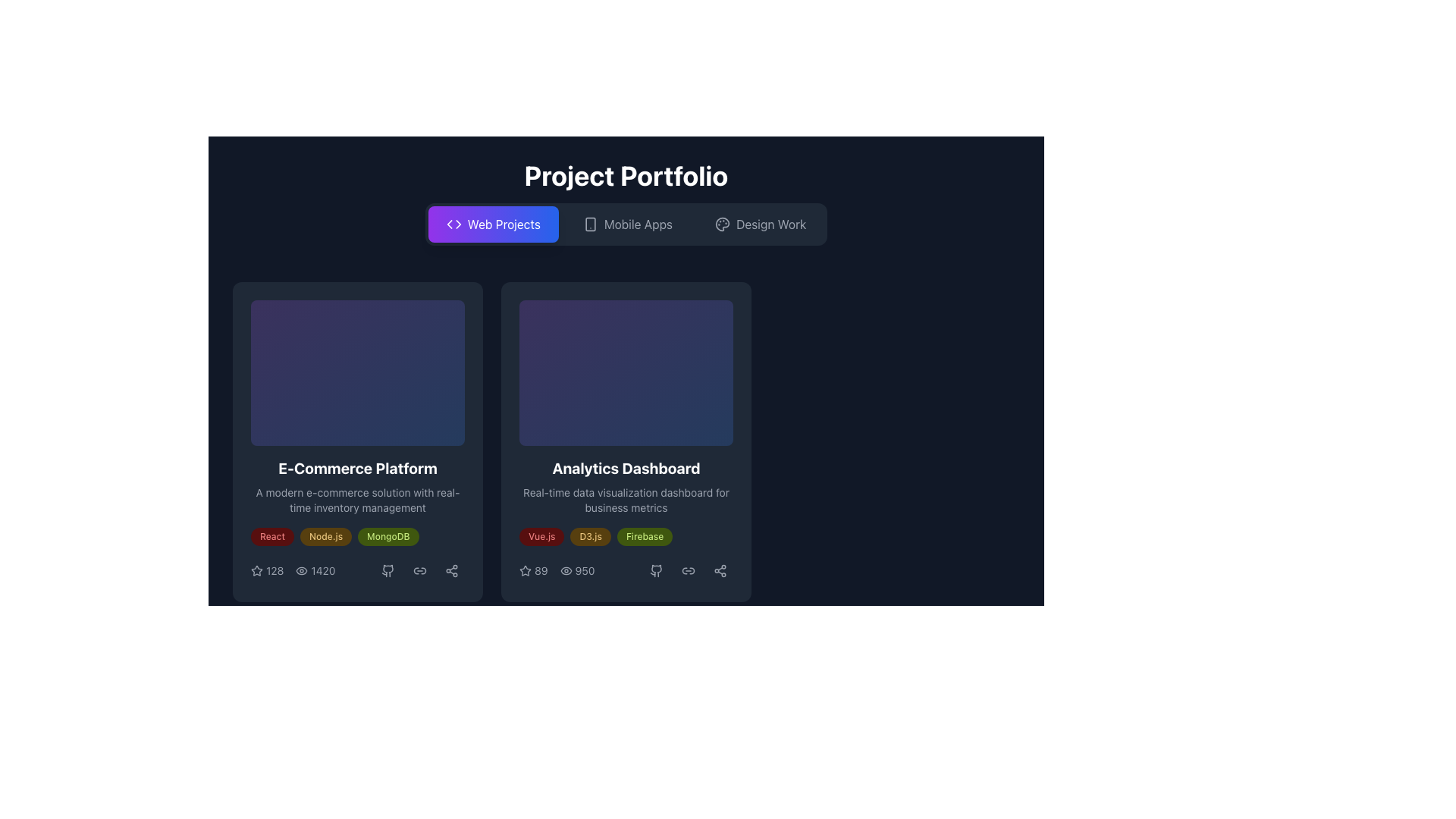  What do you see at coordinates (388, 570) in the screenshot?
I see `the GitHub link icon located in the bottom section of the 'E-Commerce Platform' card, positioned to the right of the numerical counter and to the left of the link icon` at bounding box center [388, 570].